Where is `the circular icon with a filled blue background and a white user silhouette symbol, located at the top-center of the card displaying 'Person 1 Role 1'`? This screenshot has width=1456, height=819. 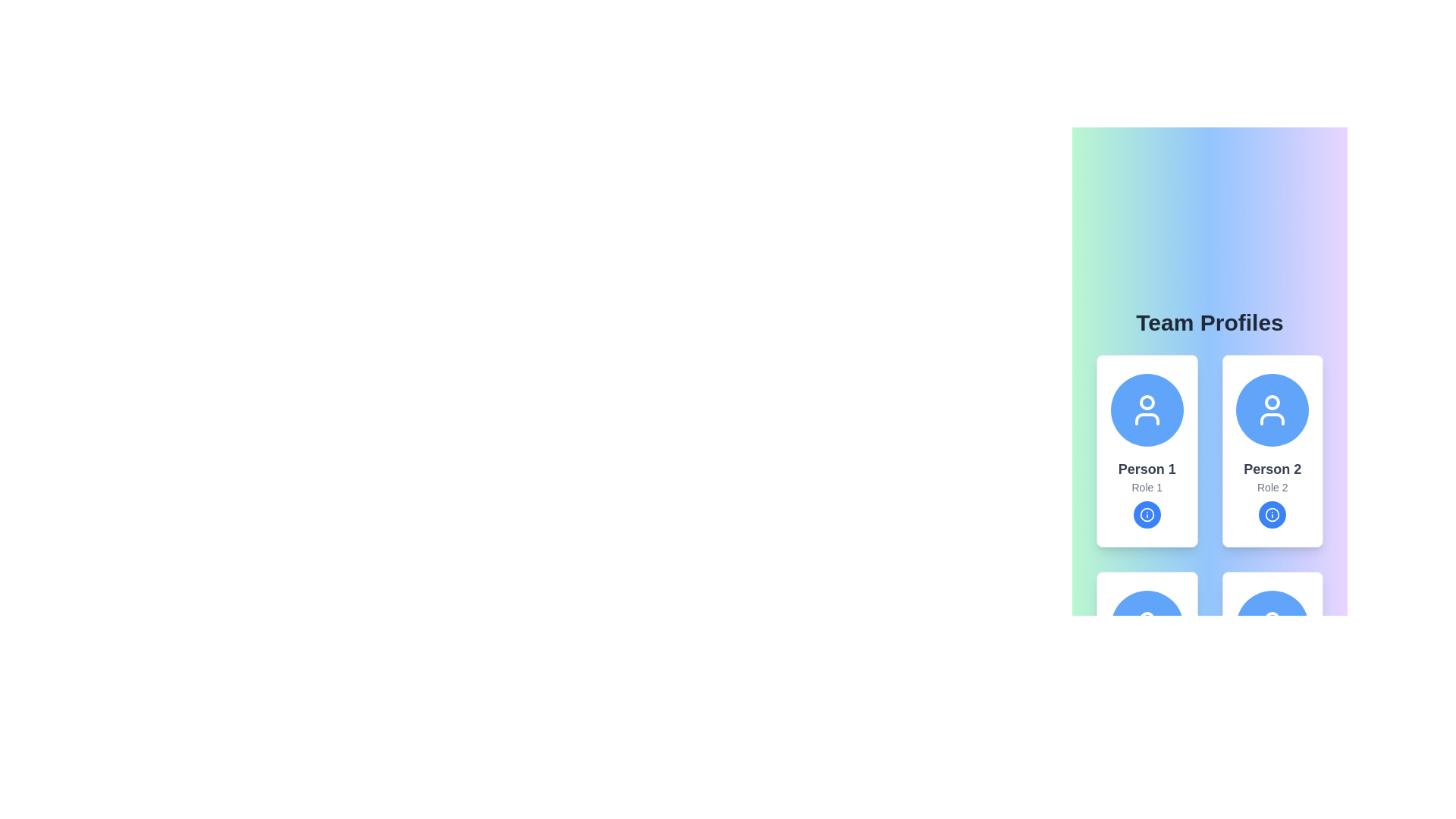 the circular icon with a filled blue background and a white user silhouette symbol, located at the top-center of the card displaying 'Person 1 Role 1' is located at coordinates (1147, 409).